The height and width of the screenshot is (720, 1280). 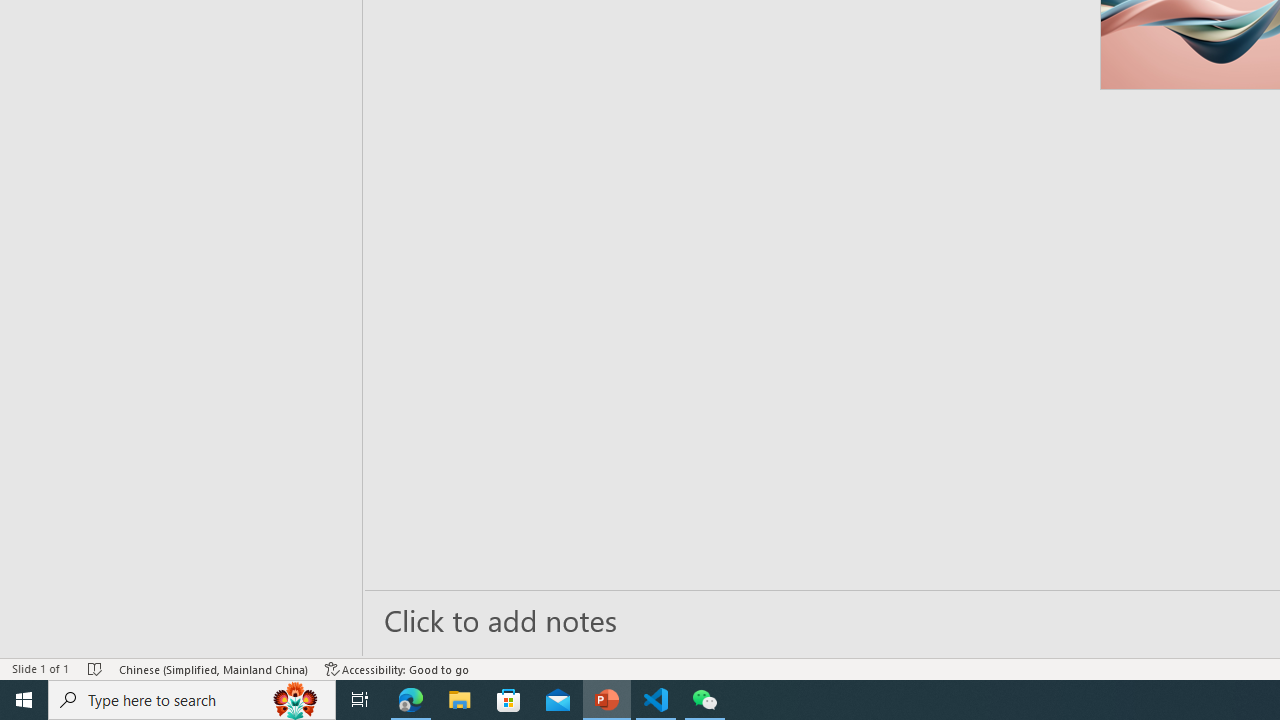 I want to click on 'Accessibility Checker Accessibility: Good to go', so click(x=397, y=669).